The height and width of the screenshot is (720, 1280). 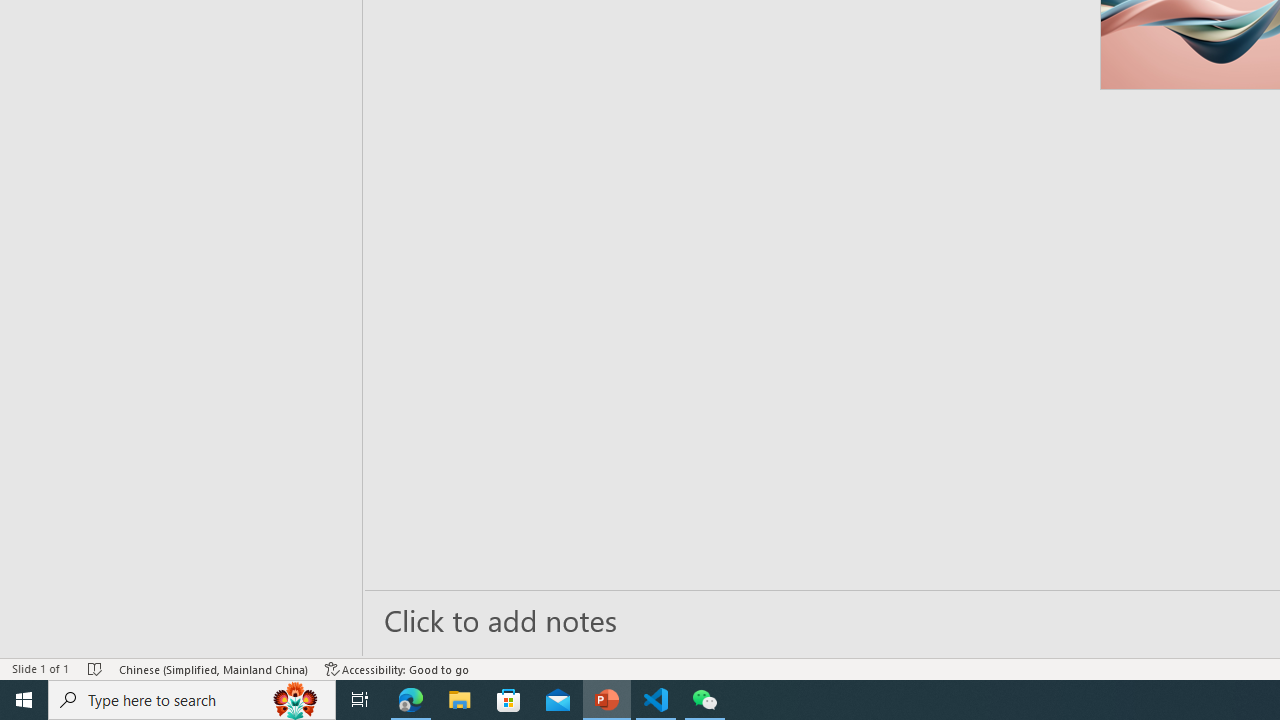 I want to click on 'Accessibility Checker Accessibility: Good to go', so click(x=397, y=669).